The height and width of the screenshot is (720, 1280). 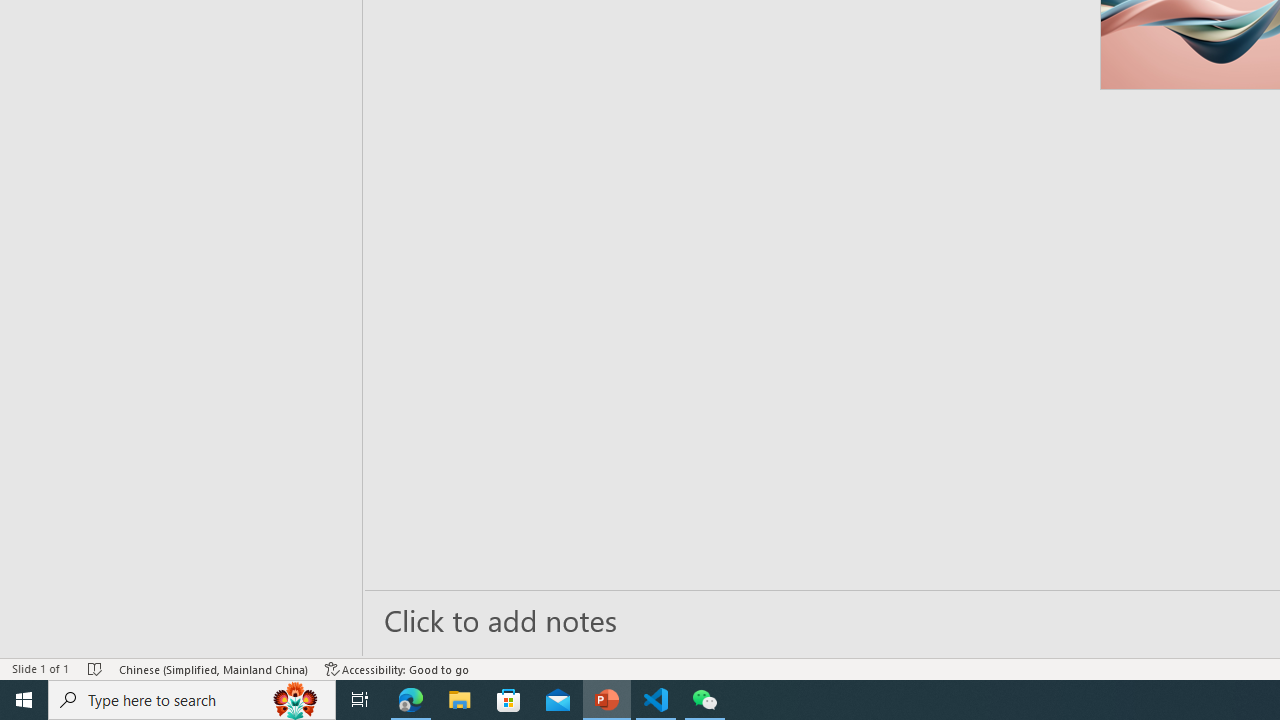 I want to click on 'Accessibility Checker Accessibility: Good to go', so click(x=397, y=669).